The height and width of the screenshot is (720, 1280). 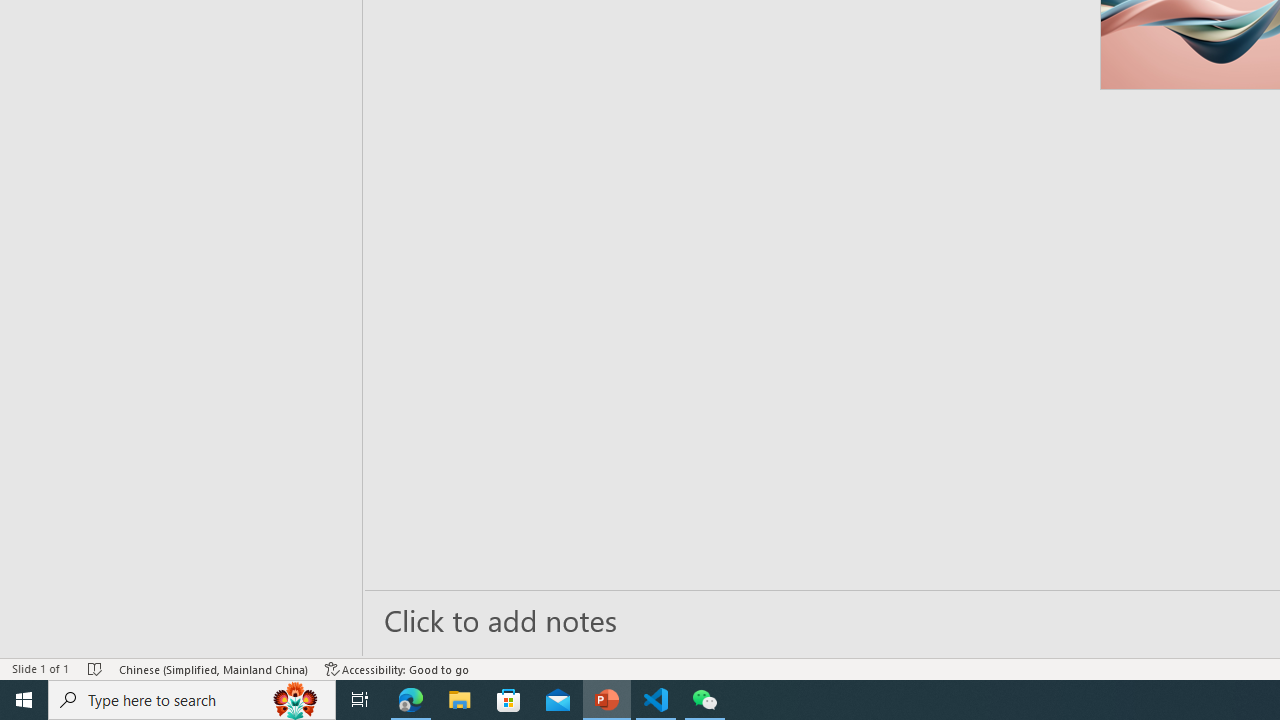 I want to click on 'Accessibility Checker Accessibility: Good to go', so click(x=397, y=669).